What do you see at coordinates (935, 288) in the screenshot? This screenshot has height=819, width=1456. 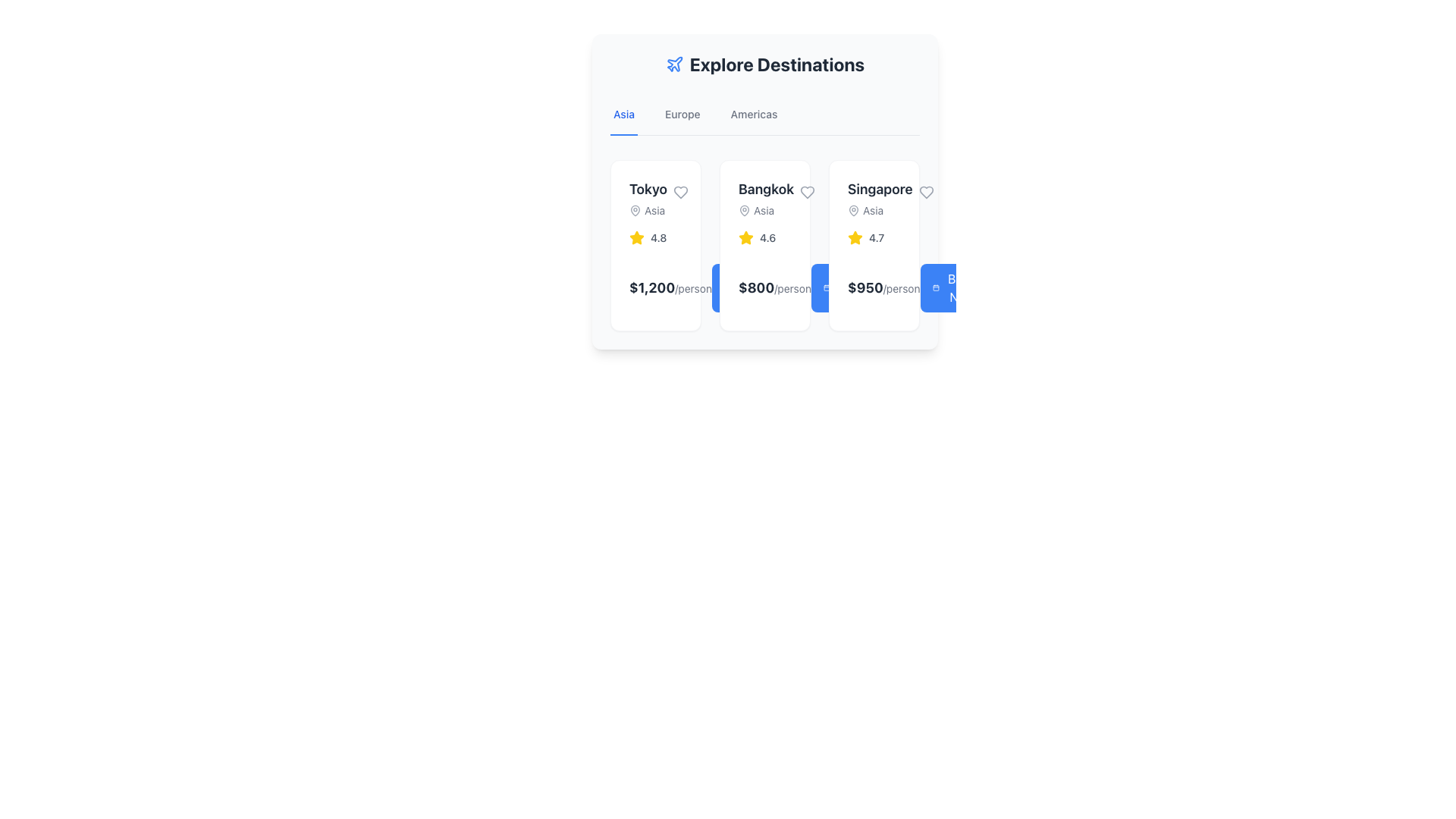 I see `the calendar icon associated with the 'Book Now' button to initiate the booking process` at bounding box center [935, 288].